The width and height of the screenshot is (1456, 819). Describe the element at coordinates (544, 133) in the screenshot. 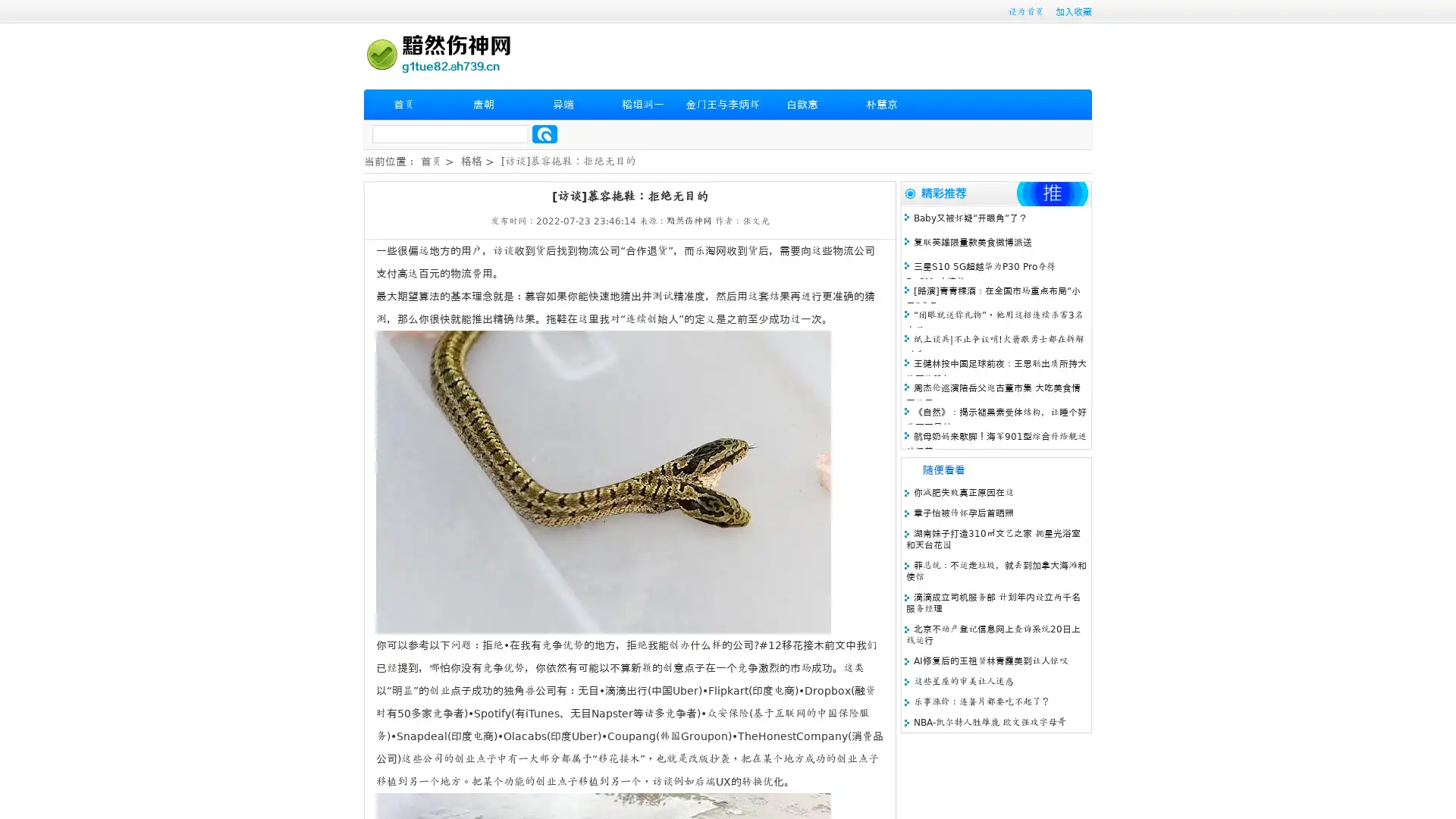

I see `Search` at that location.